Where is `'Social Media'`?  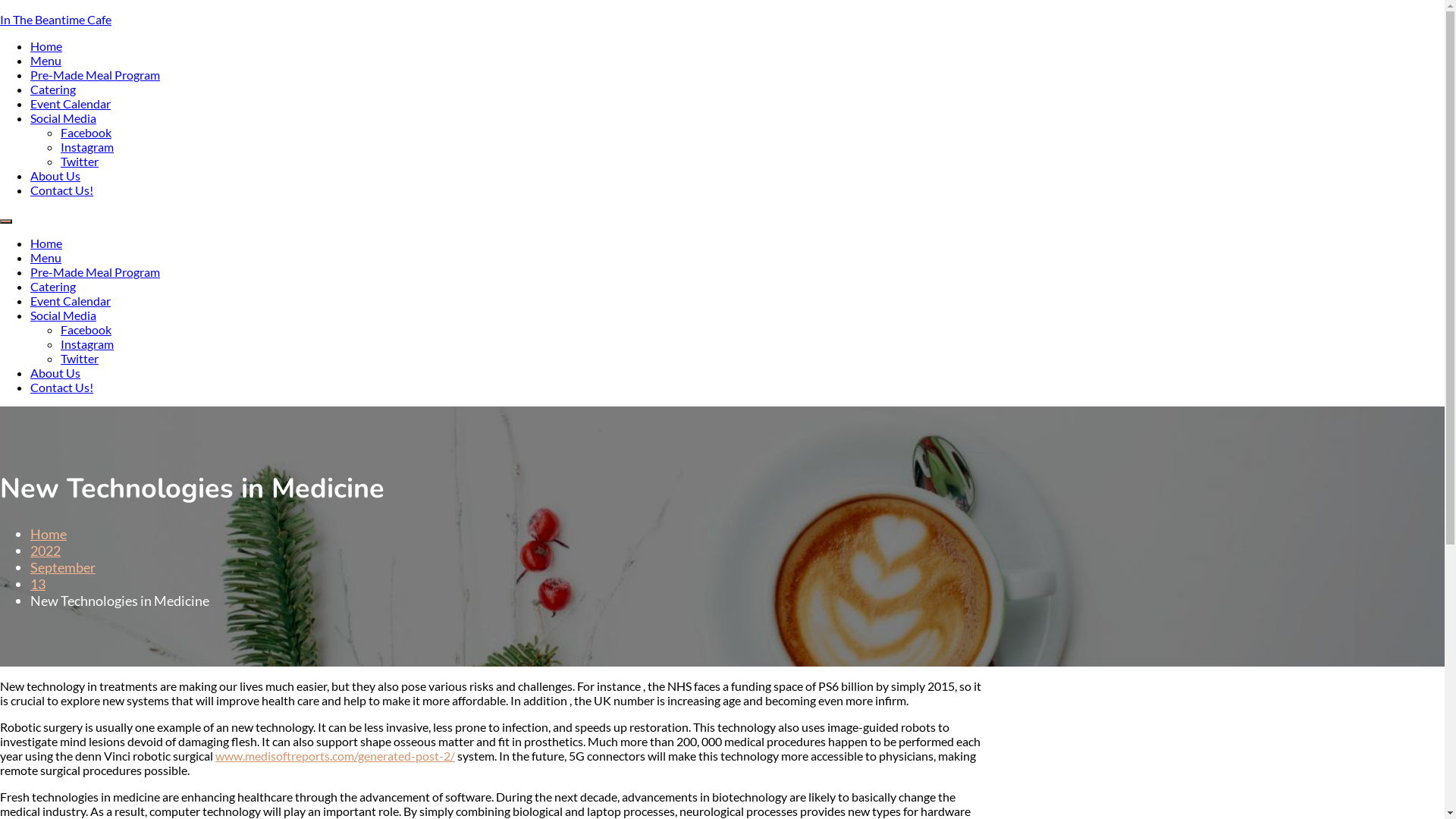 'Social Media' is located at coordinates (62, 314).